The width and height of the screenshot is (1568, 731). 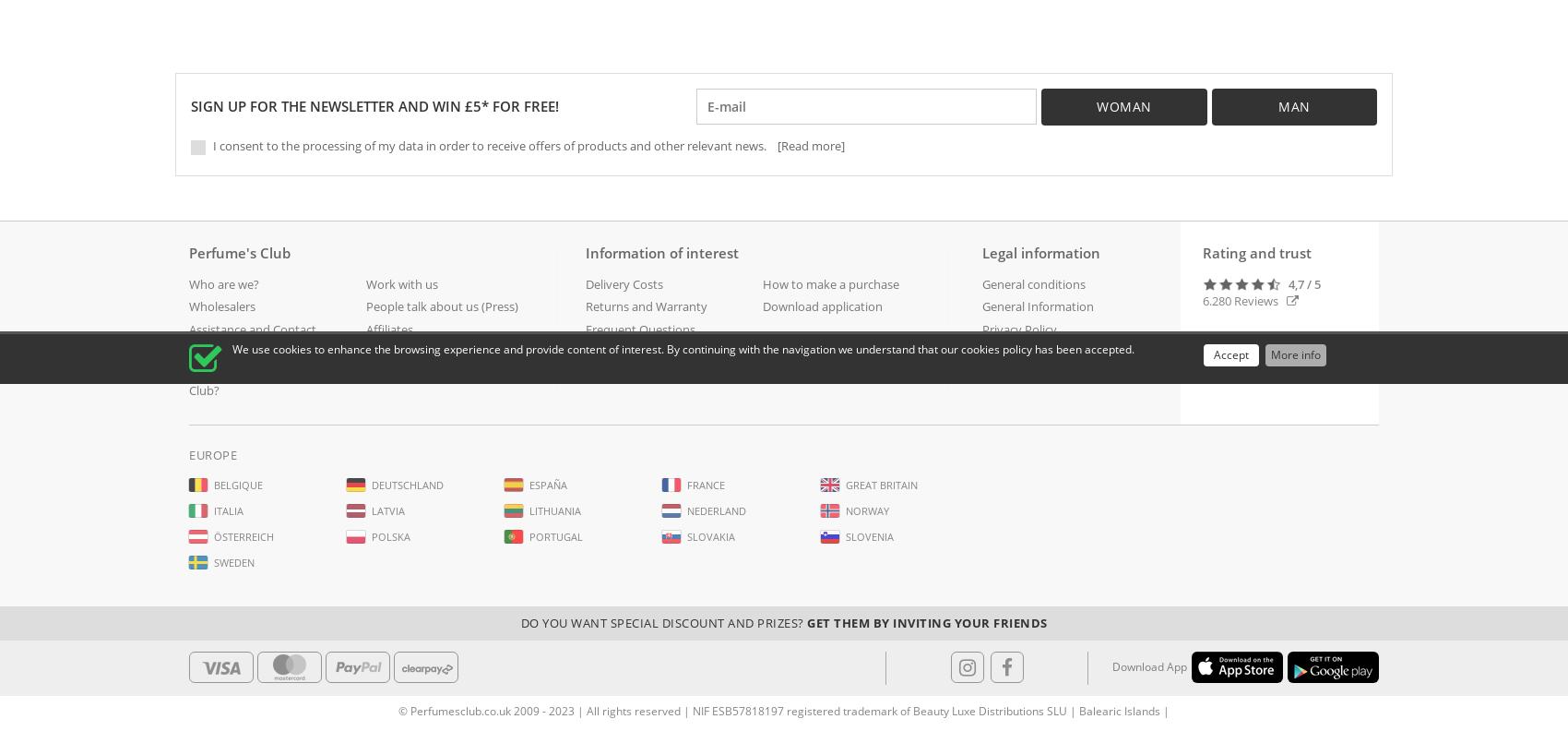 I want to click on 'Legal information', so click(x=1040, y=252).